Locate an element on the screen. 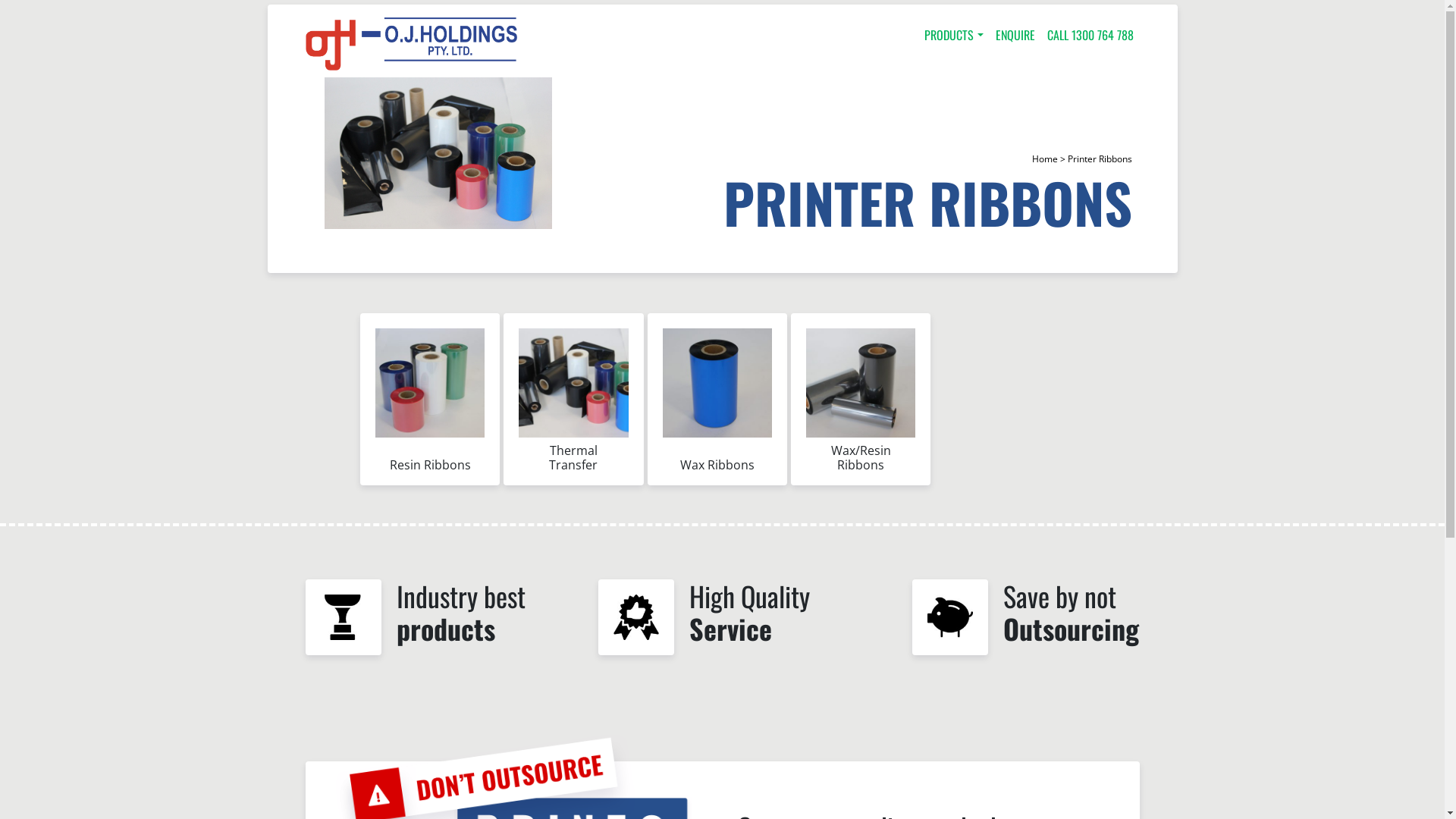 This screenshot has width=1456, height=819. 'OJ HOLDINGS' is located at coordinates (411, 42).